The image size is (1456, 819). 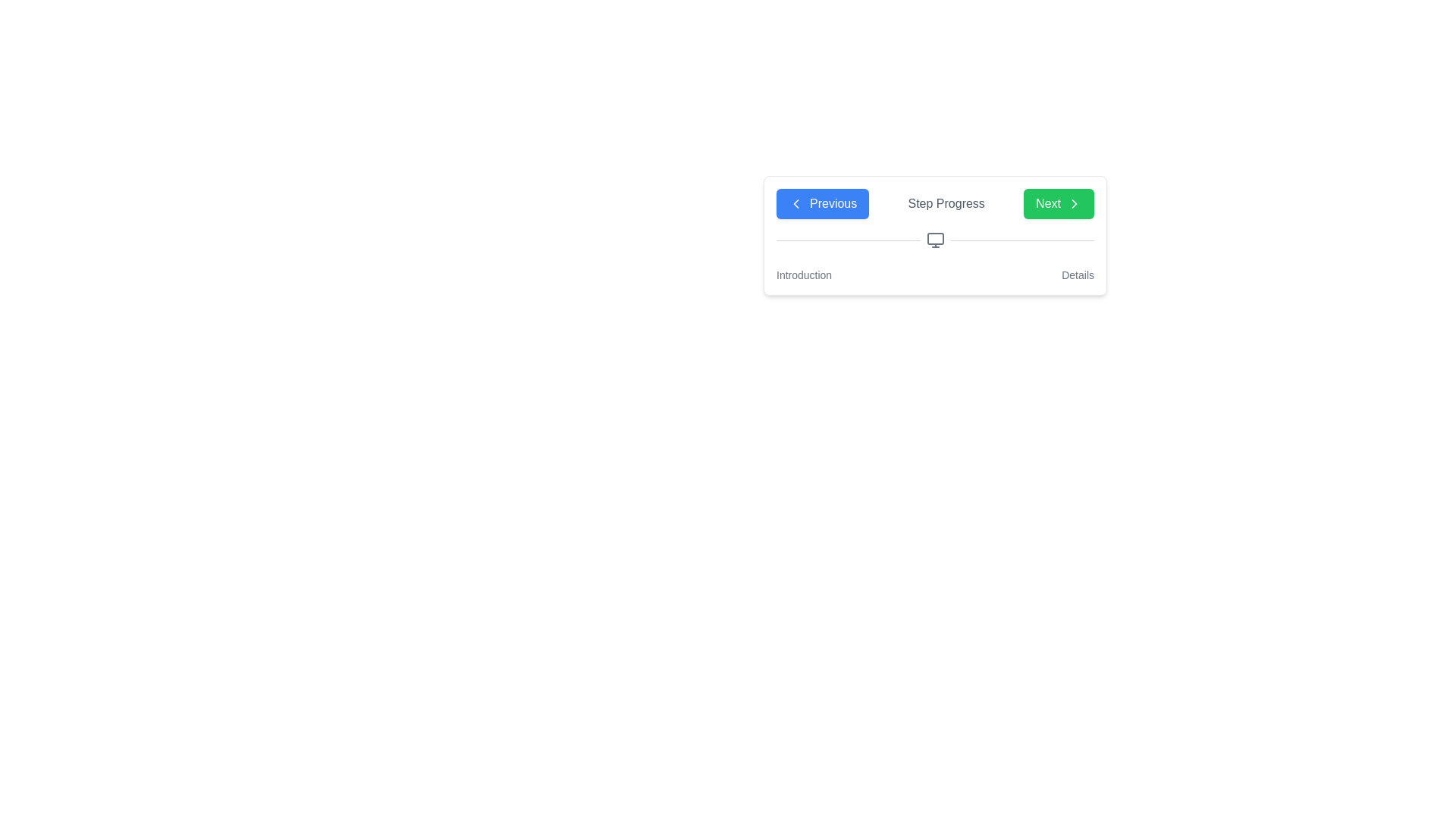 What do you see at coordinates (1073, 203) in the screenshot?
I see `the 'Next' button icon, which indicates navigation to the next step, located in the upper-right section of the interface` at bounding box center [1073, 203].